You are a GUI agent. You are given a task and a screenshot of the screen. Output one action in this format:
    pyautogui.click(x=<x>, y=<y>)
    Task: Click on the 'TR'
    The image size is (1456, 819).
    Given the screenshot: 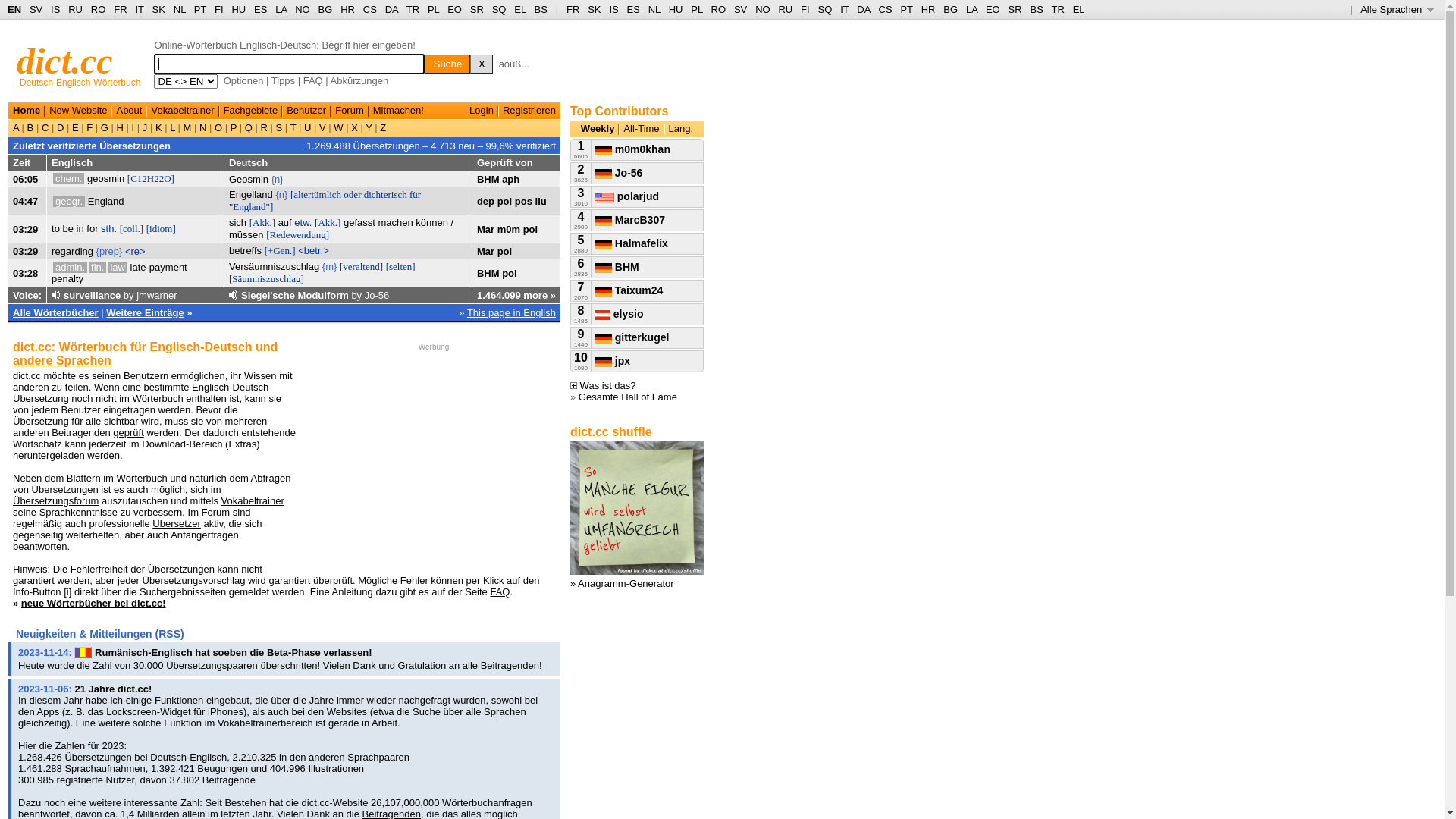 What is the action you would take?
    pyautogui.click(x=413, y=9)
    